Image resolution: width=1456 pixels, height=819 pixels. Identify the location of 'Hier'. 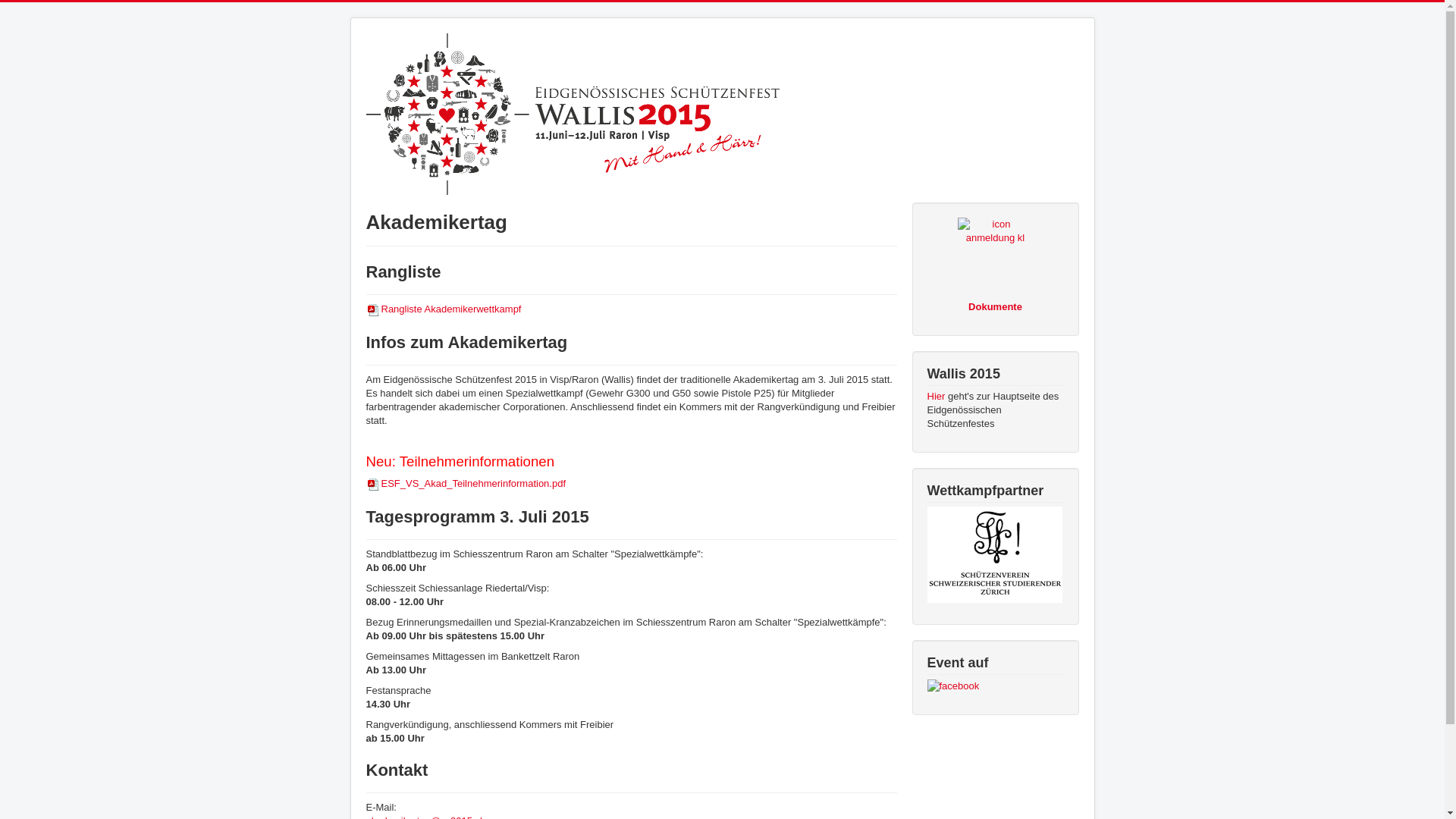
(934, 395).